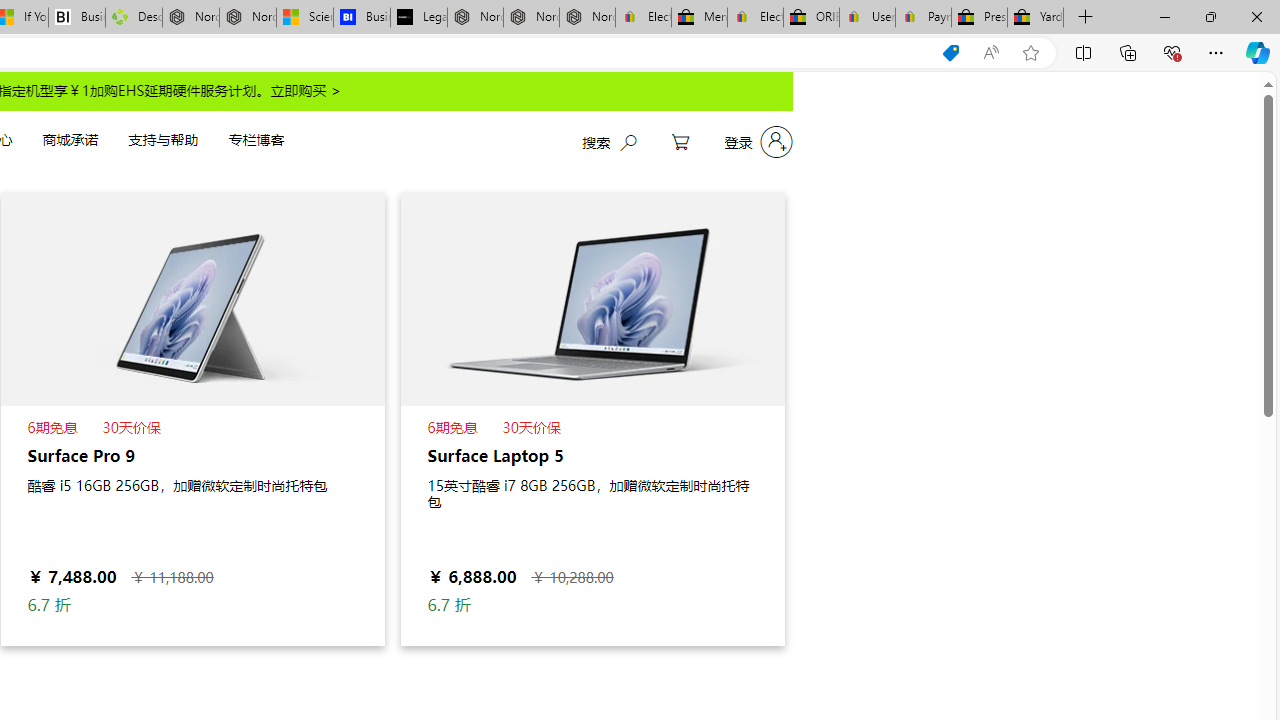 The width and height of the screenshot is (1280, 720). I want to click on 'User Privacy Notice | eBay', so click(867, 17).